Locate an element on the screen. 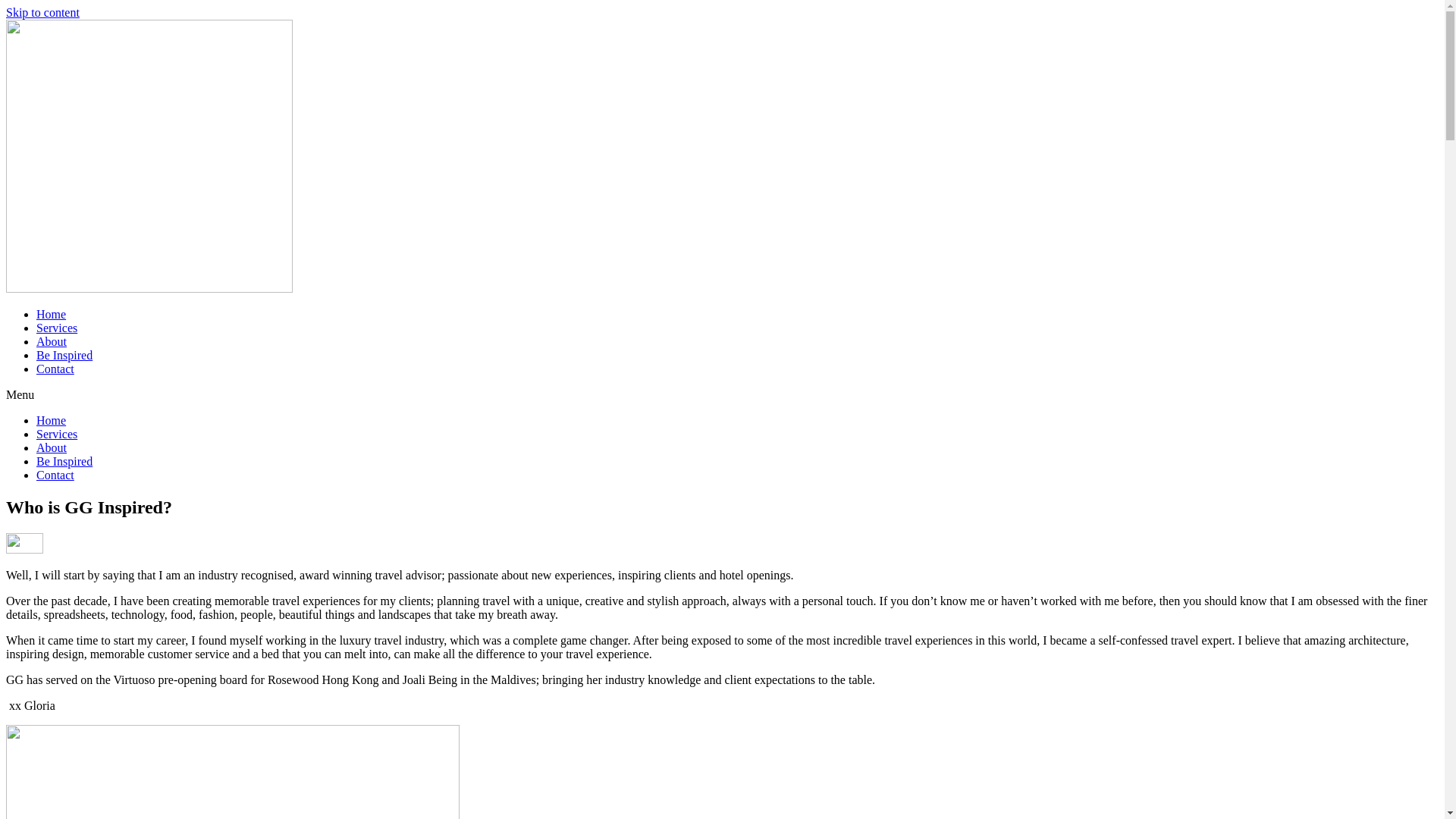  'Services' is located at coordinates (57, 434).